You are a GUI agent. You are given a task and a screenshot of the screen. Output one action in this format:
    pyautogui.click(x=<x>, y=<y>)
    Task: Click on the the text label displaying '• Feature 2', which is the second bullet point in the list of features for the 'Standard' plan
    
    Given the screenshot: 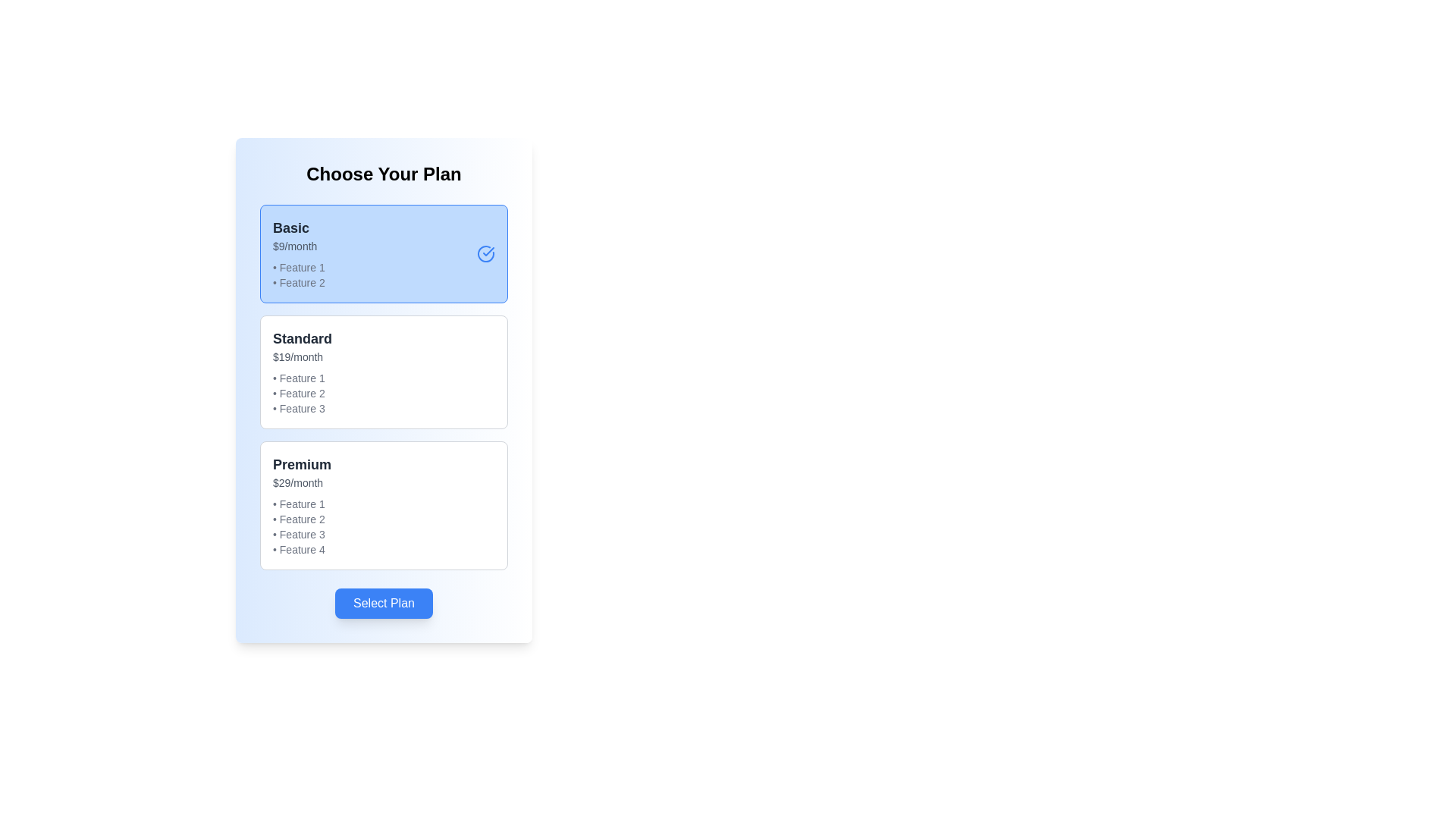 What is the action you would take?
    pyautogui.click(x=302, y=393)
    